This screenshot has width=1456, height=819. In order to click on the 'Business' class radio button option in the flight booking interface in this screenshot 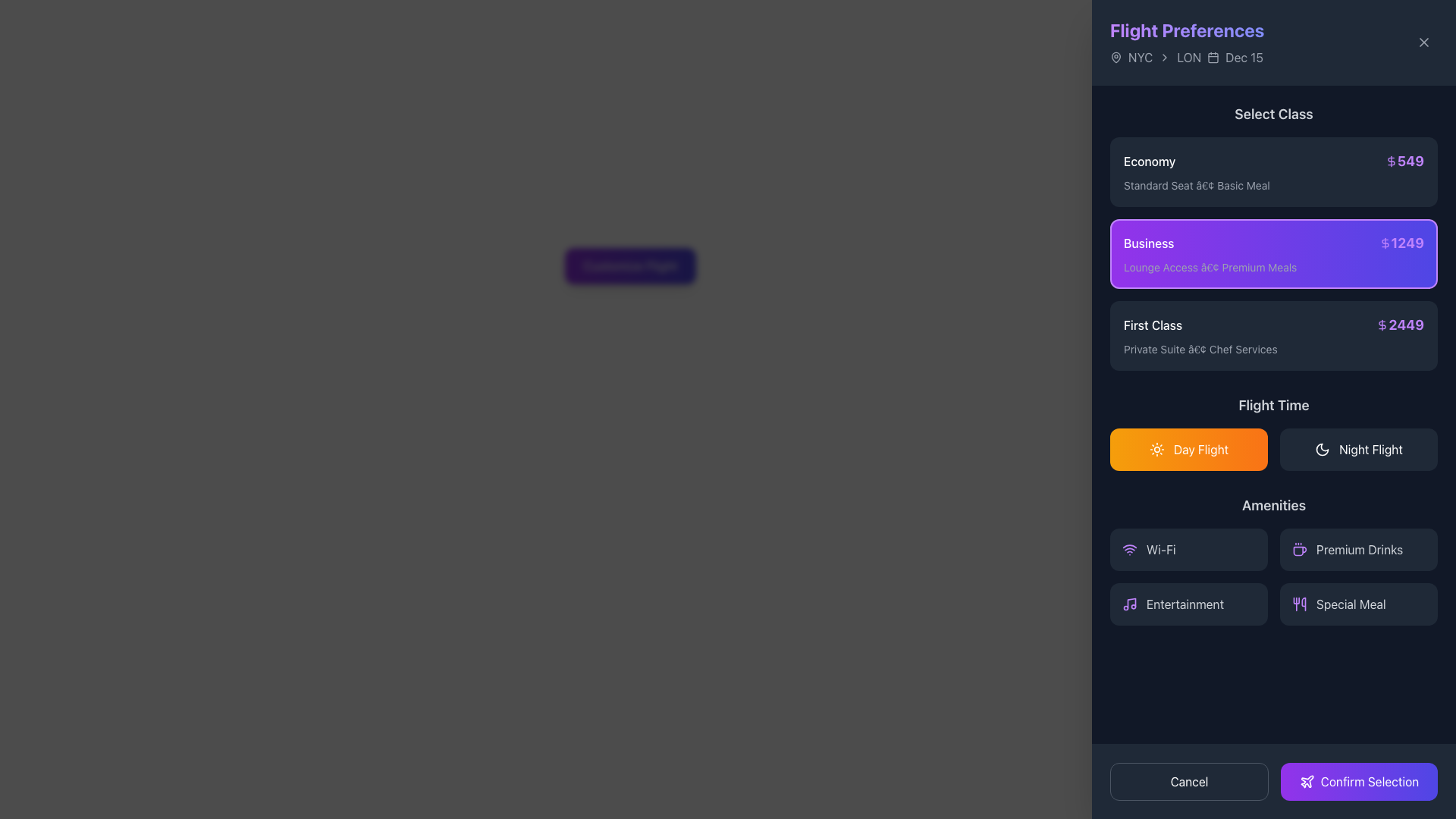, I will do `click(1274, 253)`.